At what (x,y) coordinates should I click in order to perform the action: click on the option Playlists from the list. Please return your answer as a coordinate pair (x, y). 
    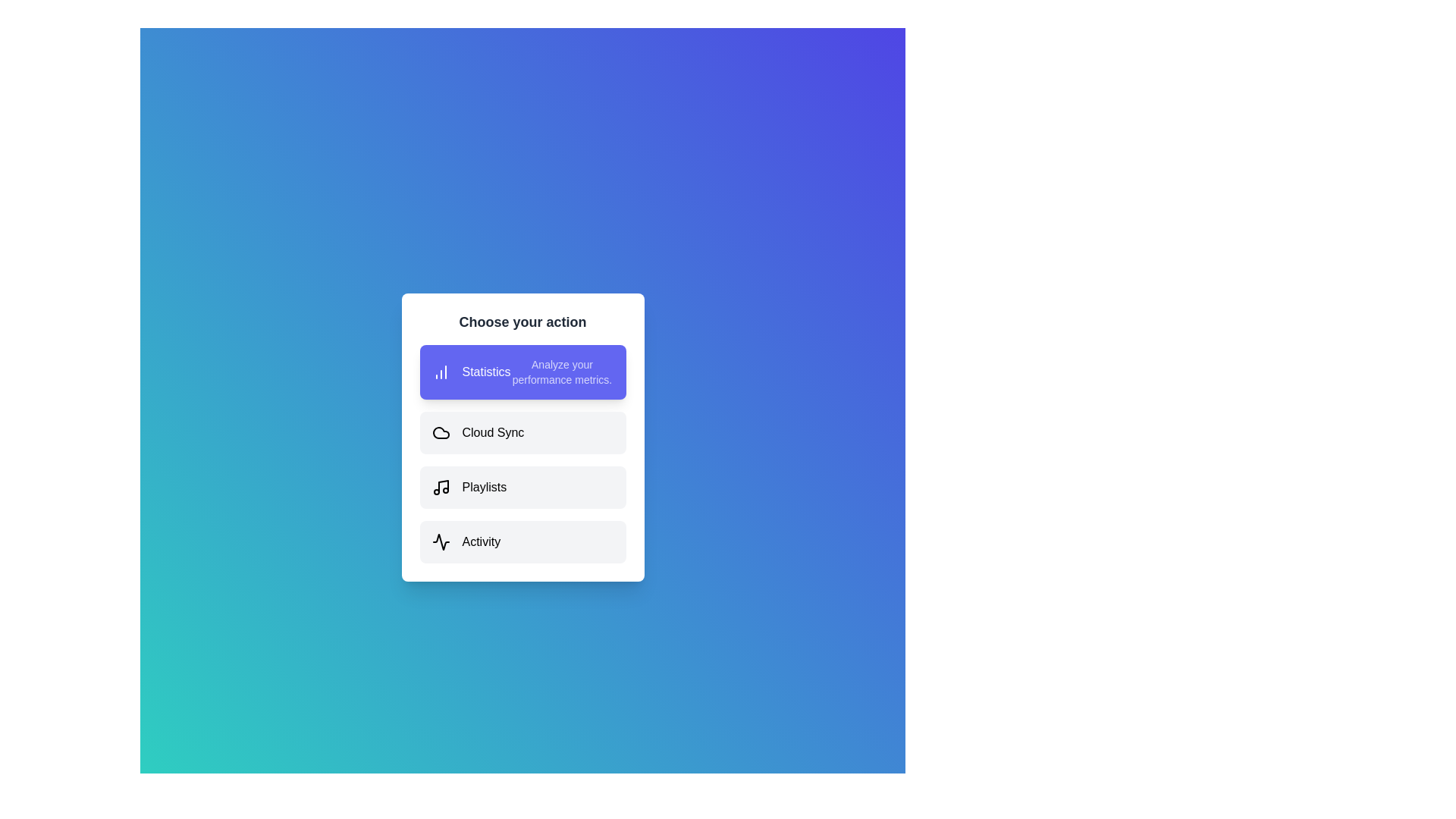
    Looking at the image, I should click on (522, 488).